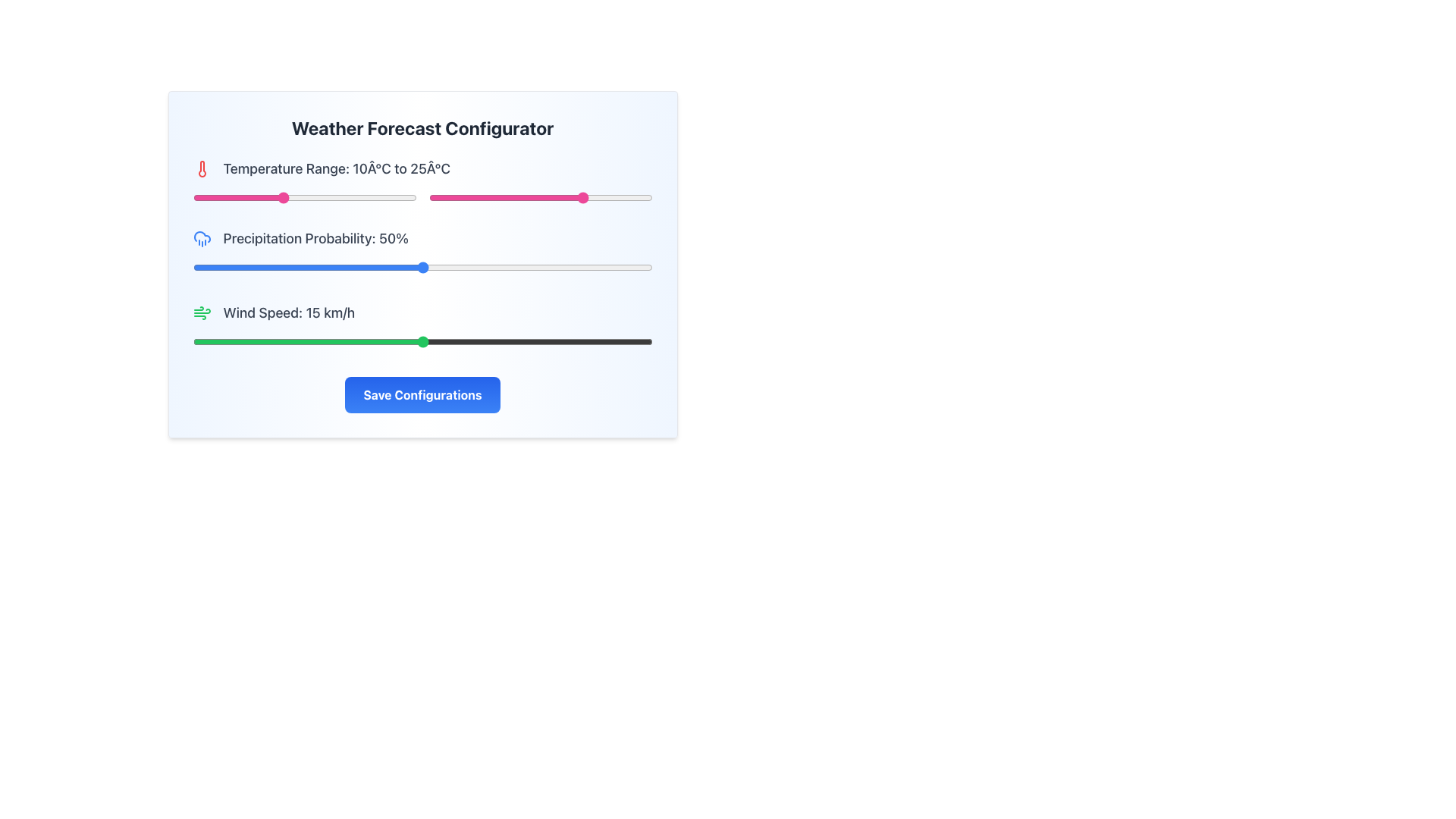  What do you see at coordinates (514, 342) in the screenshot?
I see `the wind speed` at bounding box center [514, 342].